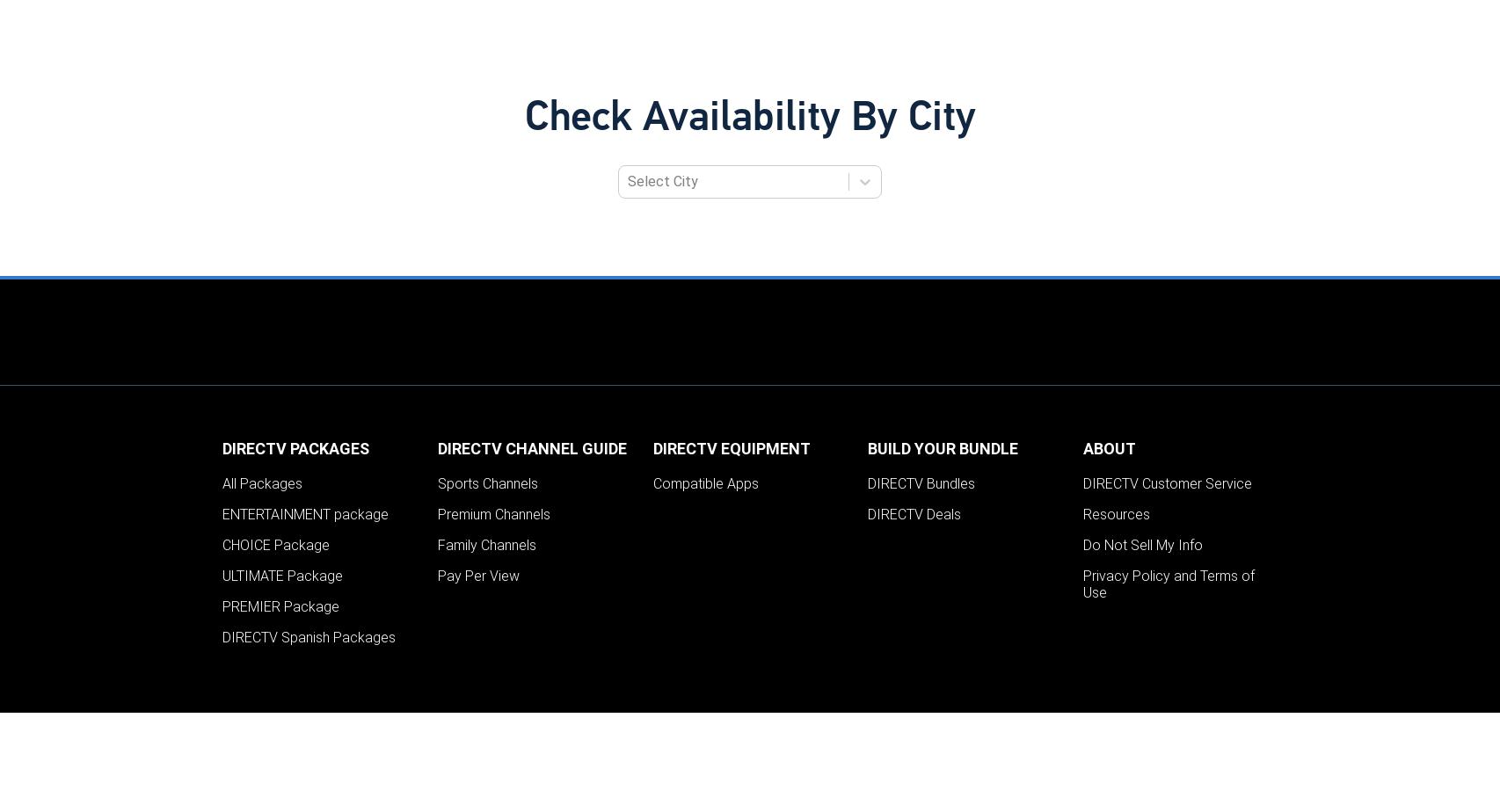 Image resolution: width=1500 pixels, height=812 pixels. I want to click on 'Privacy Policy and Terms of Use', so click(1168, 583).